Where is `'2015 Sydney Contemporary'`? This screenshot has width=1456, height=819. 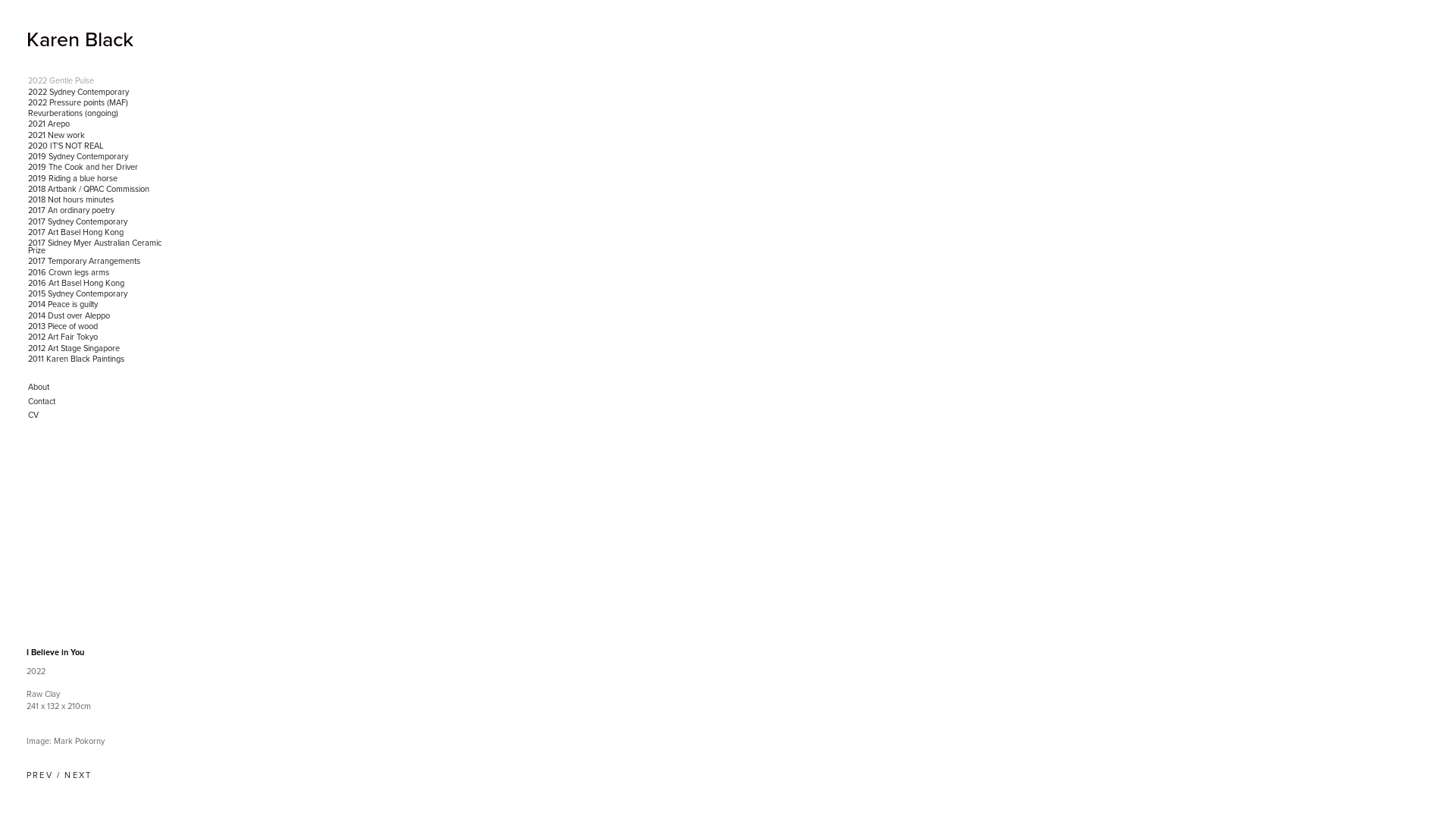
'2015 Sydney Contemporary' is located at coordinates (97, 294).